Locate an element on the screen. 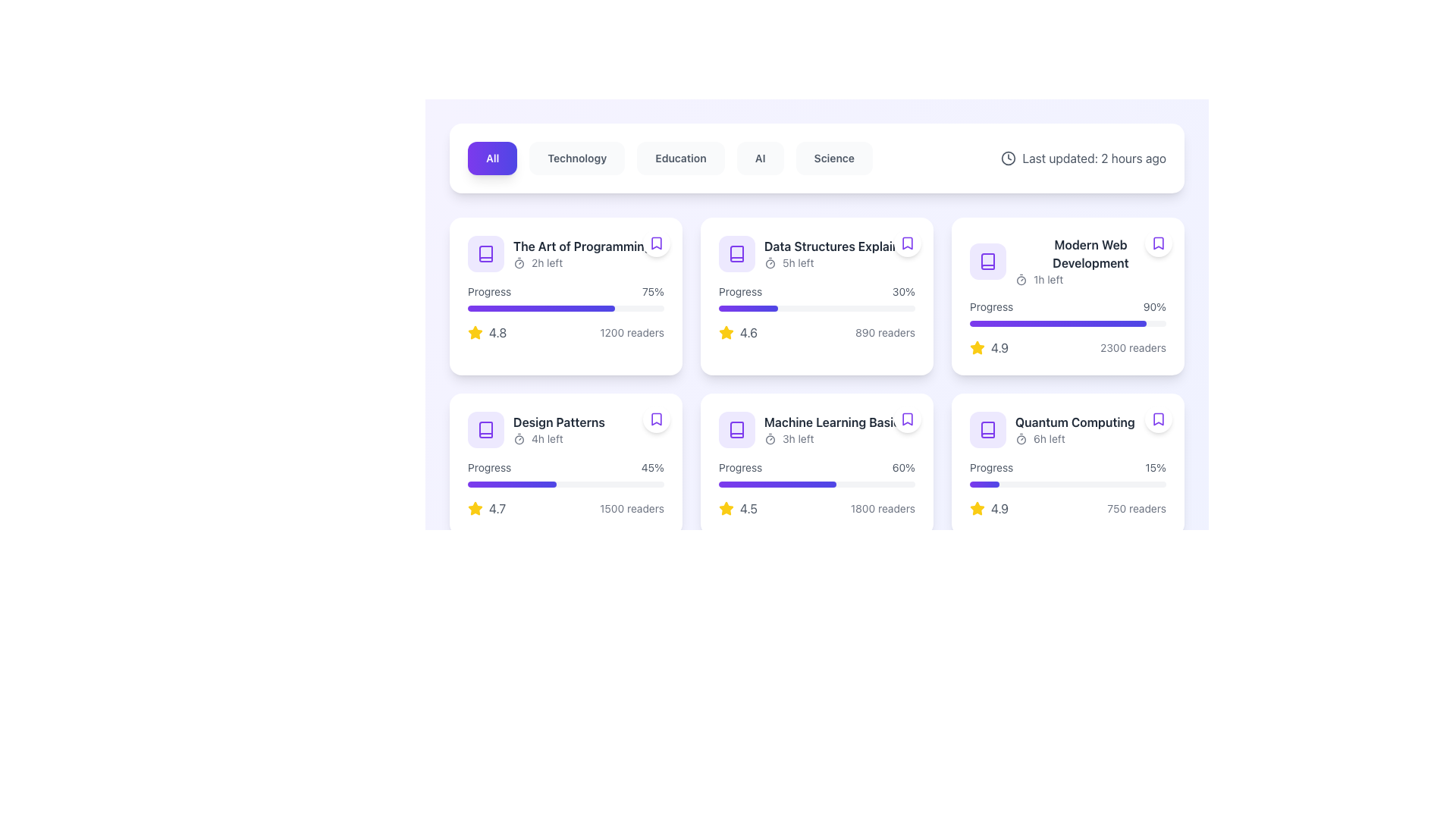  the violet bookmark icon located in the top-right corner of the card labeled 'Modern Web Development' is located at coordinates (1157, 242).